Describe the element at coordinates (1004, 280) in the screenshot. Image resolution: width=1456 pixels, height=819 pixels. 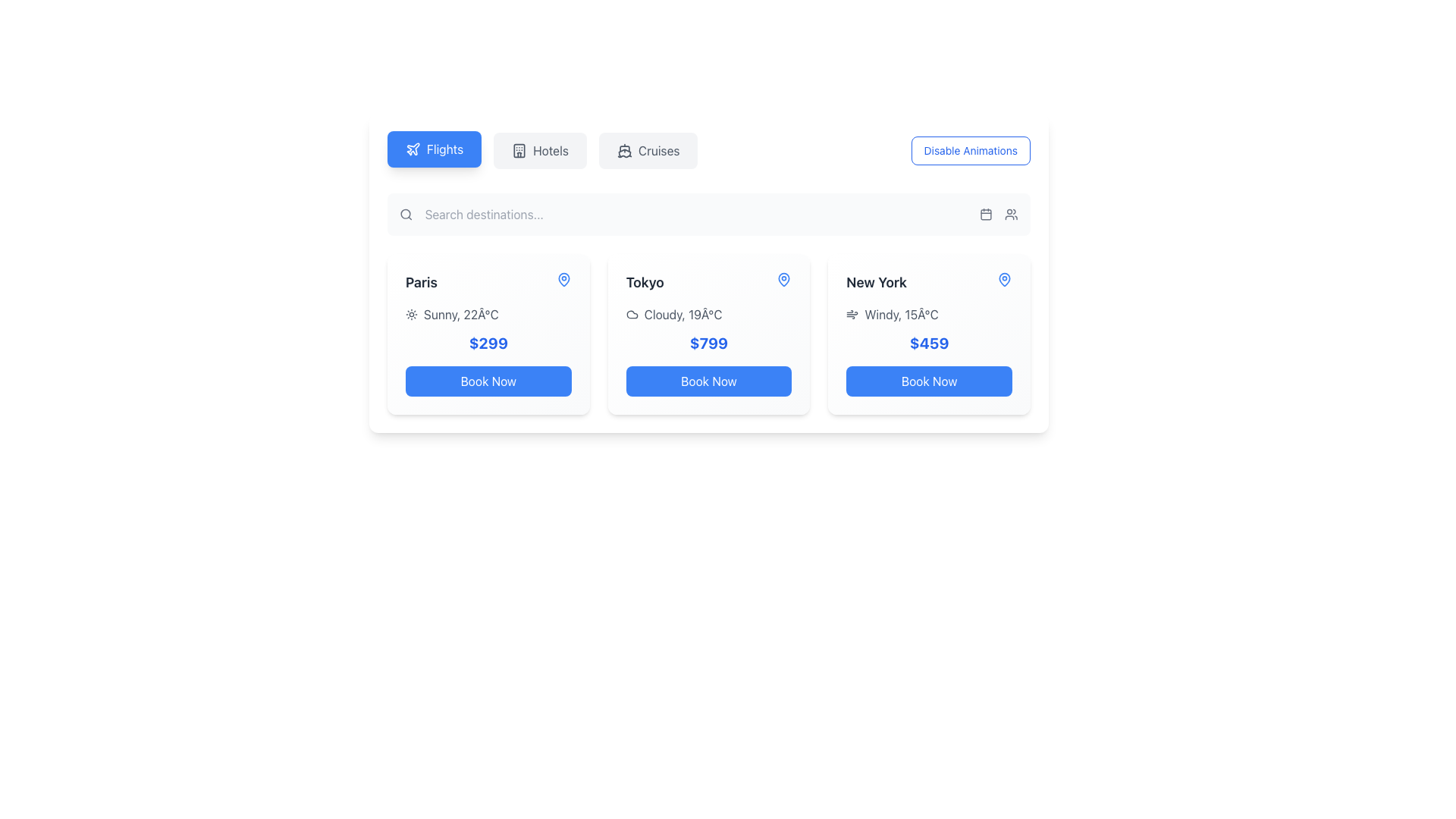
I see `the map pin icon located at the top-right corner of the 'New York' card for location-related features` at that location.